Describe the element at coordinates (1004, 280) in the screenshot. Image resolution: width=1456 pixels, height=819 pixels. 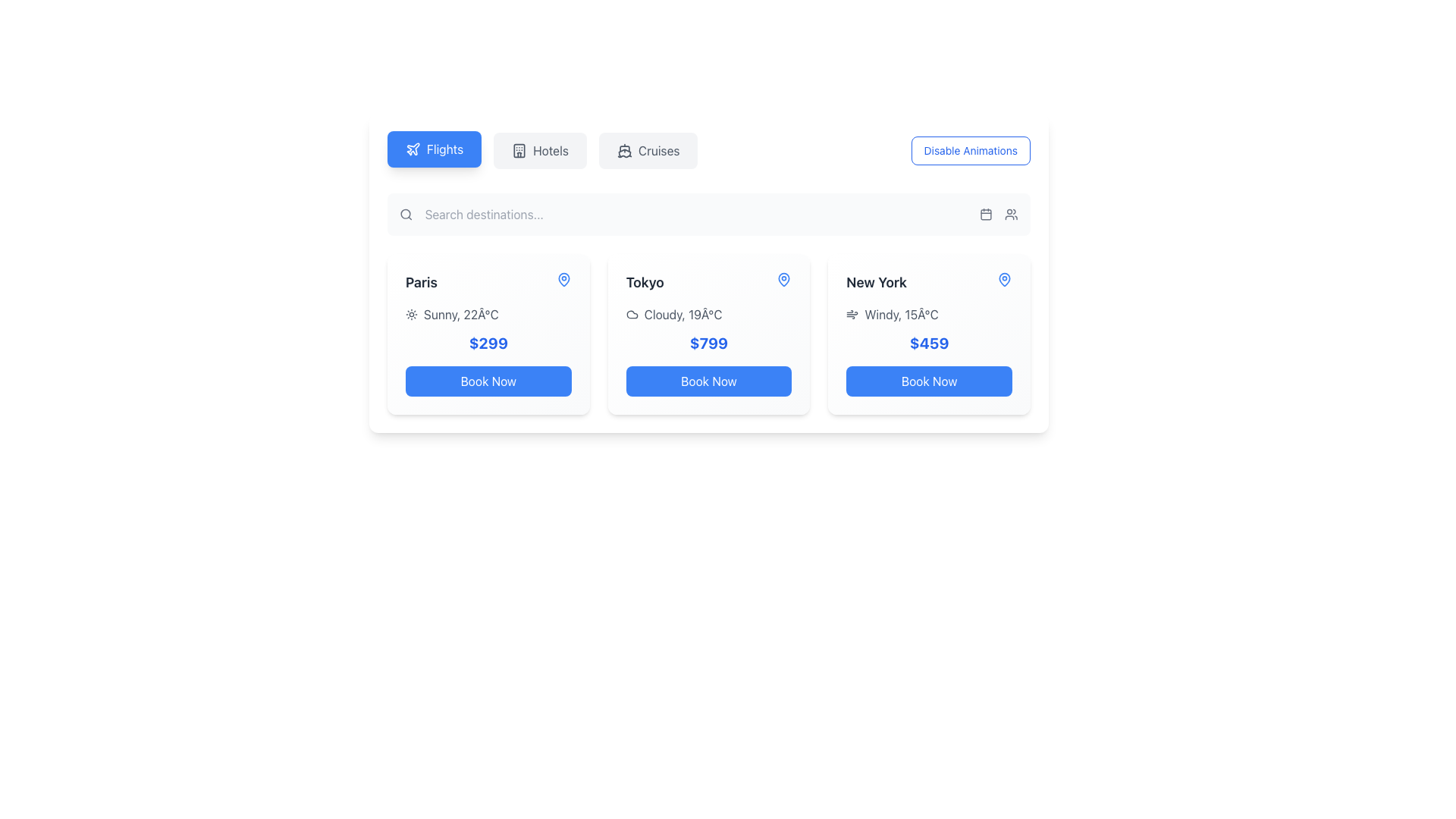
I see `the map pin icon located at the top-right corner of the 'New York' card for location-related features` at that location.